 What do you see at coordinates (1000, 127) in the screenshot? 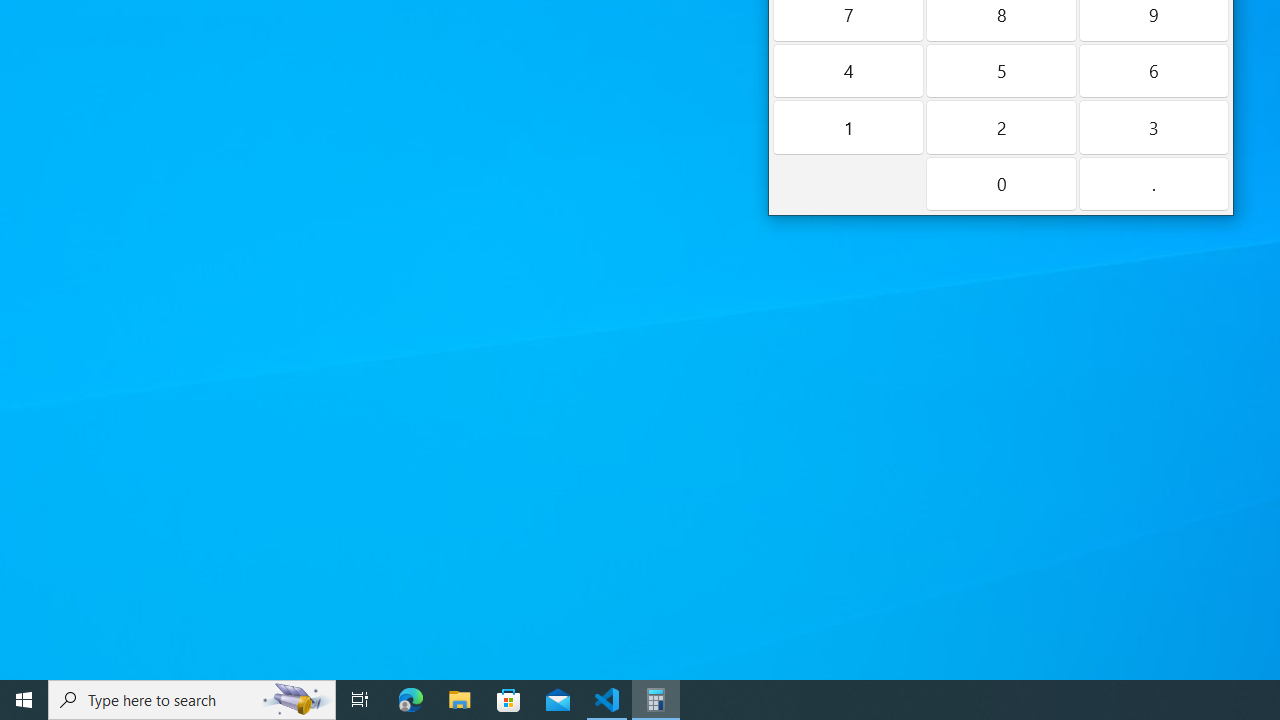
I see `'Two'` at bounding box center [1000, 127].